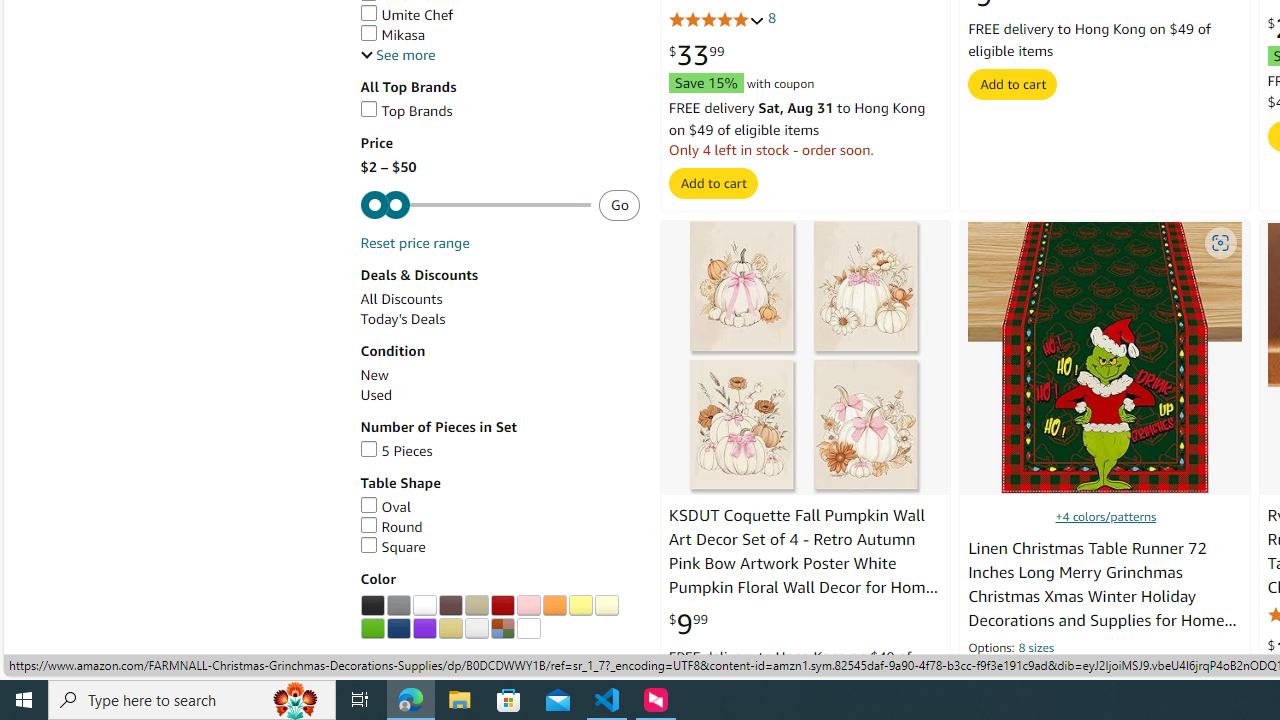 The height and width of the screenshot is (720, 1280). I want to click on 'AutomationID: p_n_feature_twenty_browse-bin/3254099011', so click(398, 604).